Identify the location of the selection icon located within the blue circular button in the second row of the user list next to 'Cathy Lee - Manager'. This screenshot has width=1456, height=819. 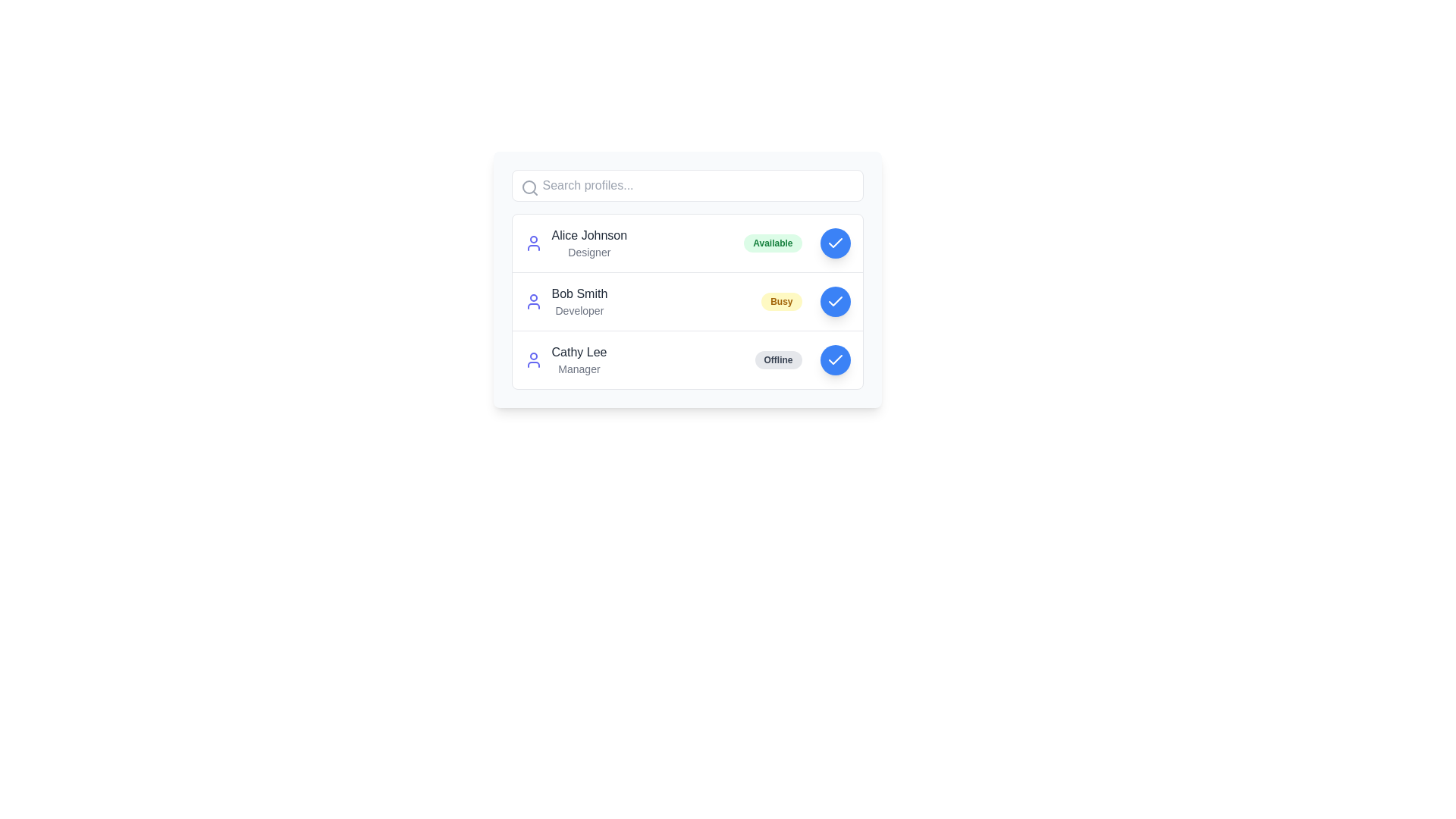
(834, 359).